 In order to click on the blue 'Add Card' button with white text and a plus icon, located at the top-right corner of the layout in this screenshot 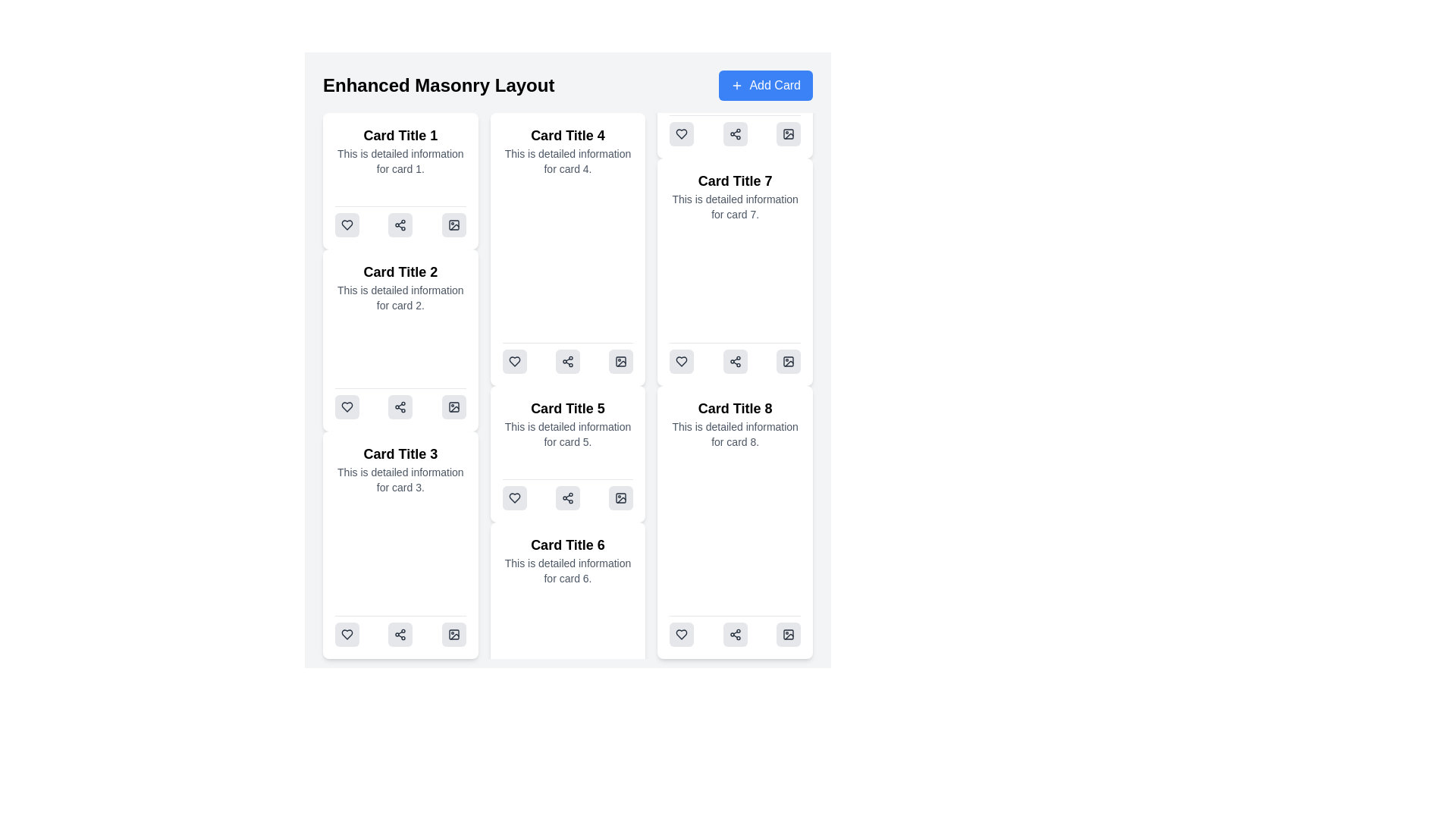, I will do `click(766, 85)`.